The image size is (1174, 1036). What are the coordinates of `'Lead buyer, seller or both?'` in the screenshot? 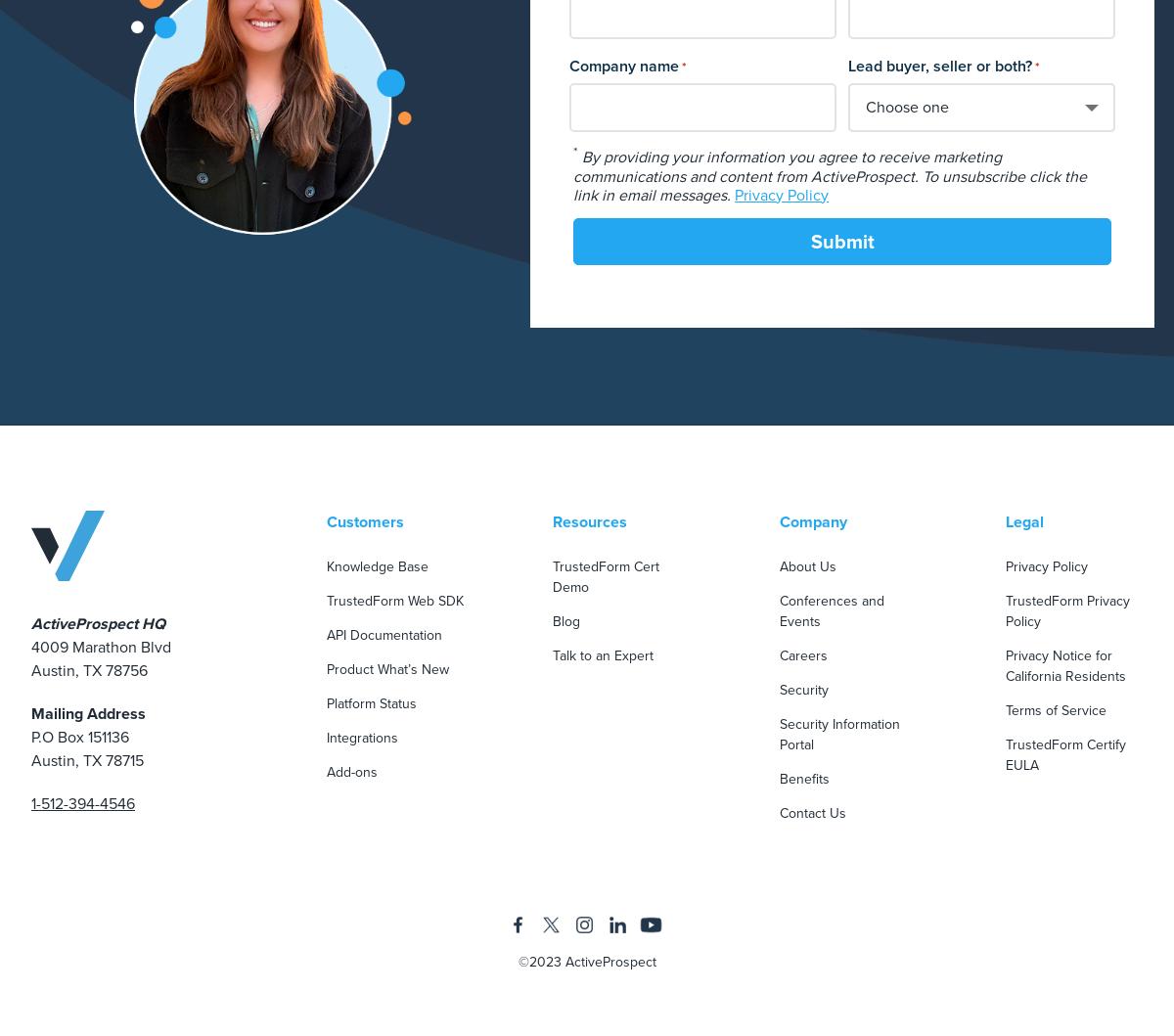 It's located at (939, 65).